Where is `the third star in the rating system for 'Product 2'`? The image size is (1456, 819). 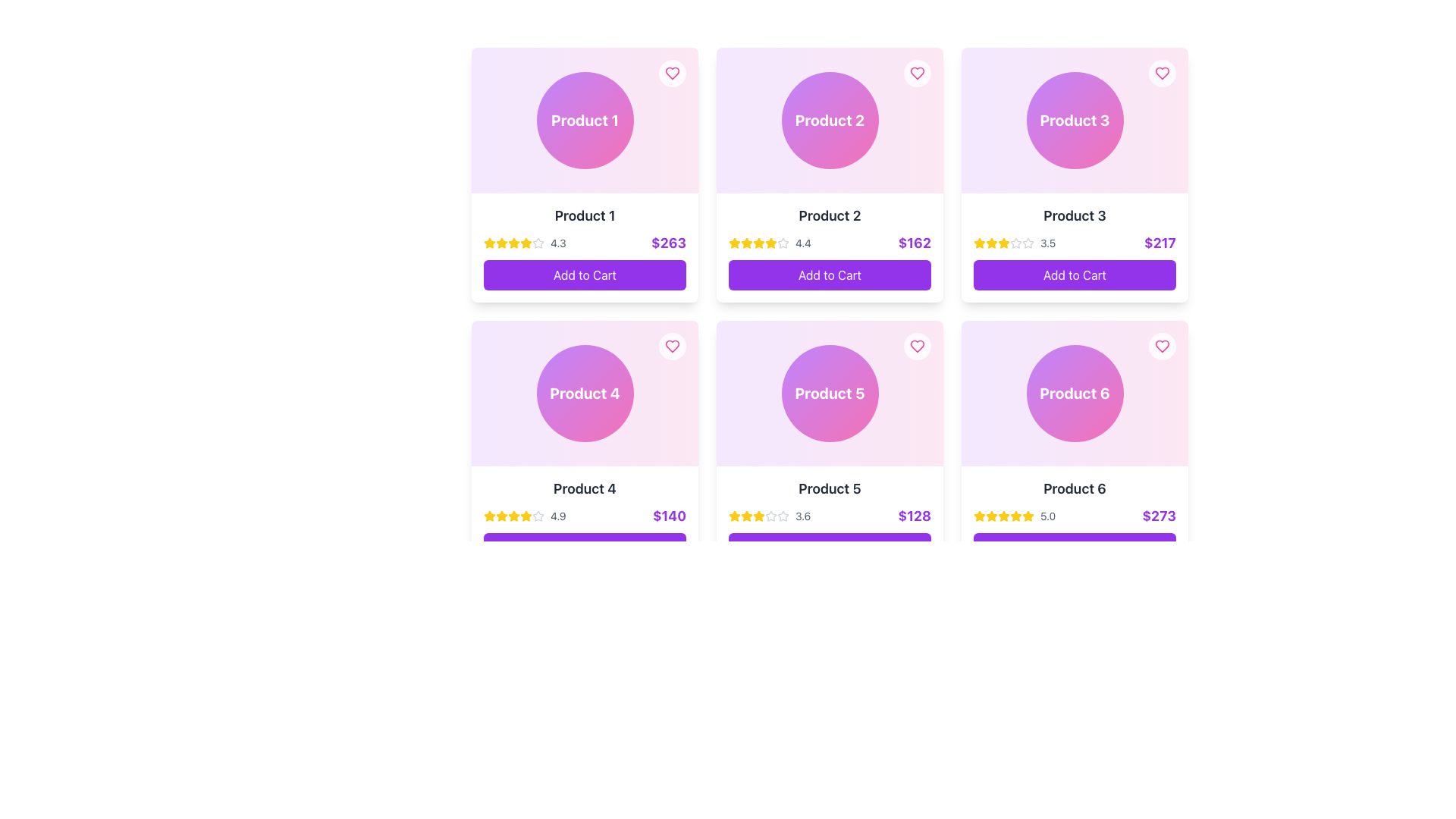 the third star in the rating system for 'Product 2' is located at coordinates (758, 242).